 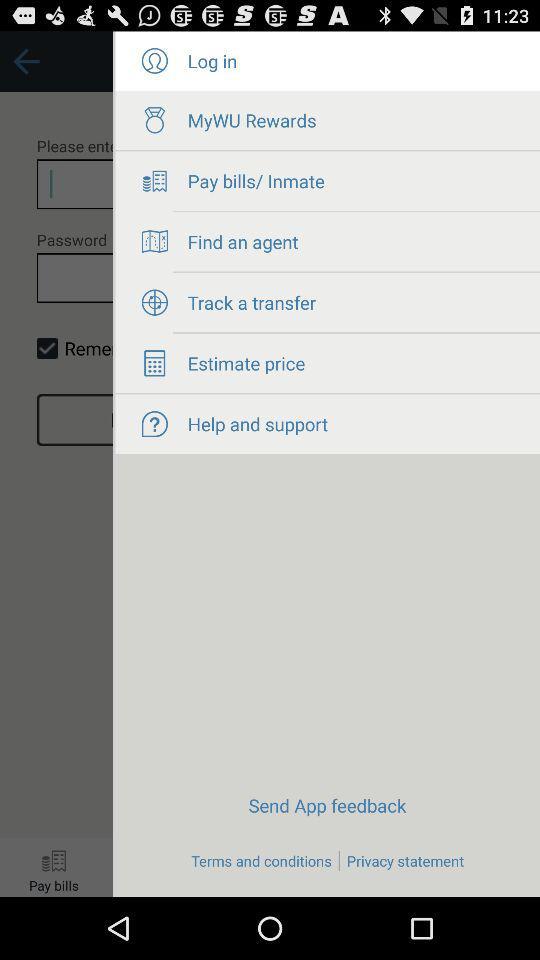 What do you see at coordinates (153, 61) in the screenshot?
I see `login` at bounding box center [153, 61].